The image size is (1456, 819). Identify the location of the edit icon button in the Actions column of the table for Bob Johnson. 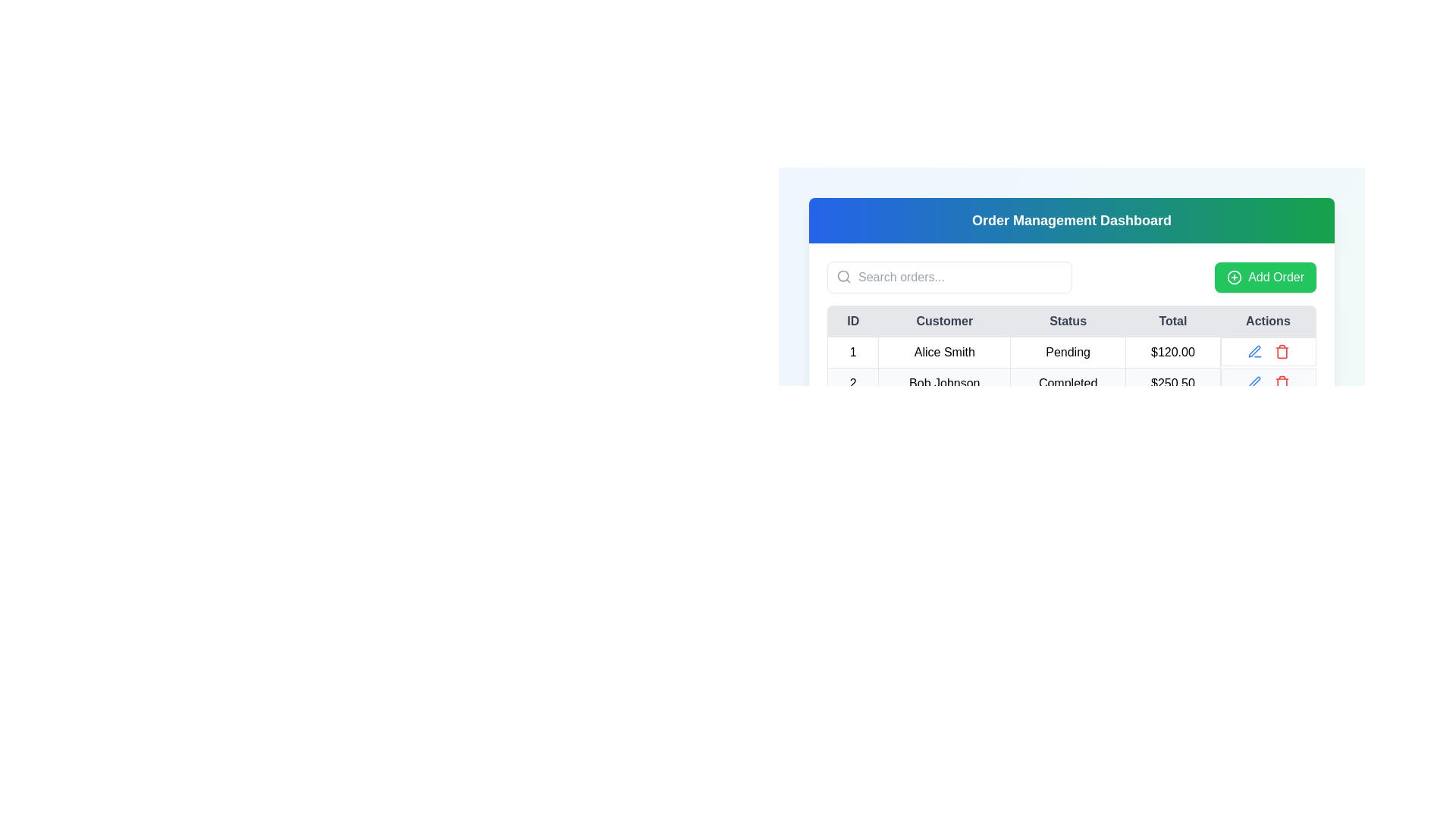
(1254, 381).